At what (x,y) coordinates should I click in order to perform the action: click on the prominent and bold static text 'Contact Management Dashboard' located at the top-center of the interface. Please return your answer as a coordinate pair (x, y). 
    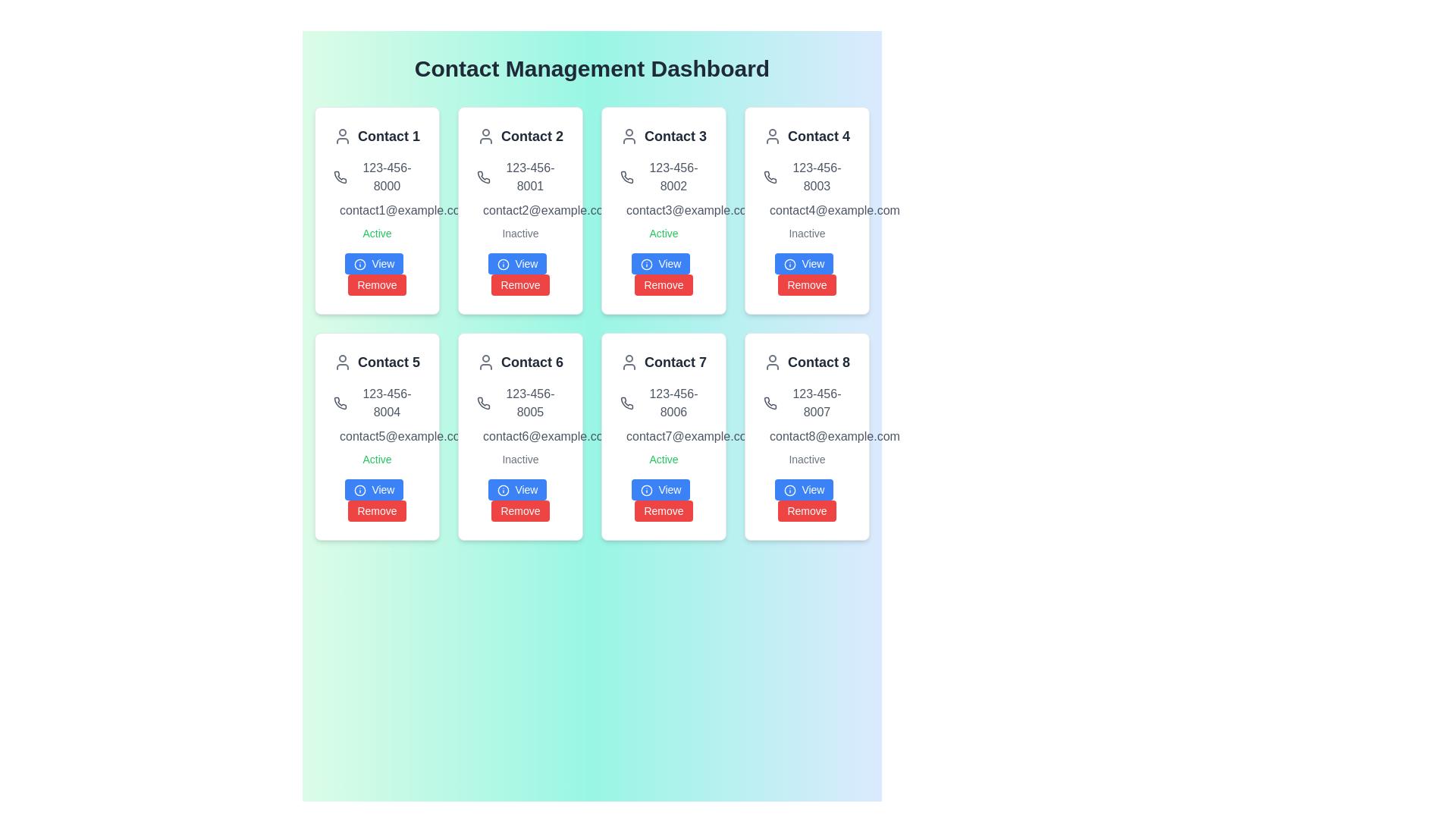
    Looking at the image, I should click on (591, 69).